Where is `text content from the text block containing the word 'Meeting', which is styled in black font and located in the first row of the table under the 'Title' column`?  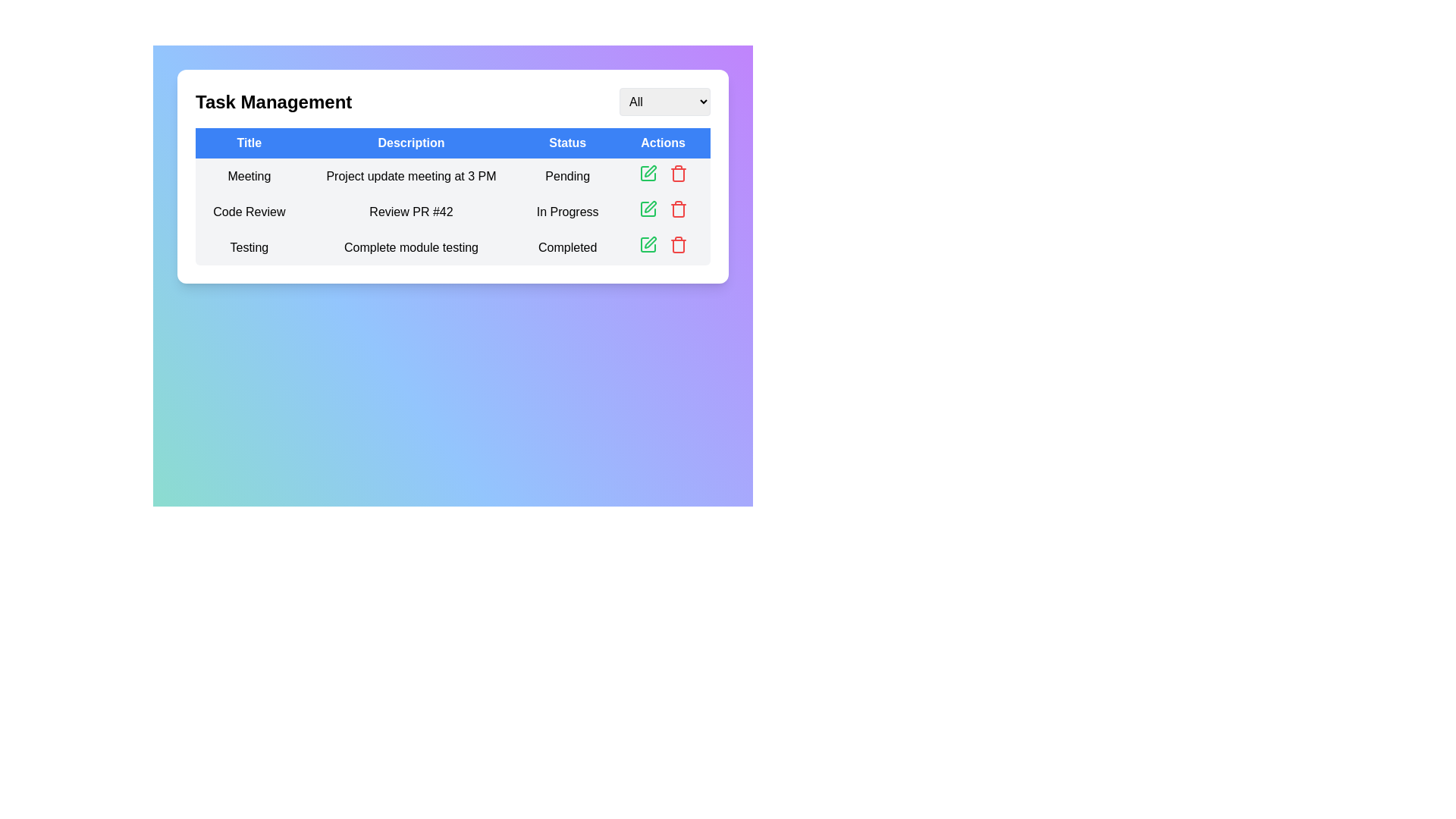
text content from the text block containing the word 'Meeting', which is styled in black font and located in the first row of the table under the 'Title' column is located at coordinates (249, 175).